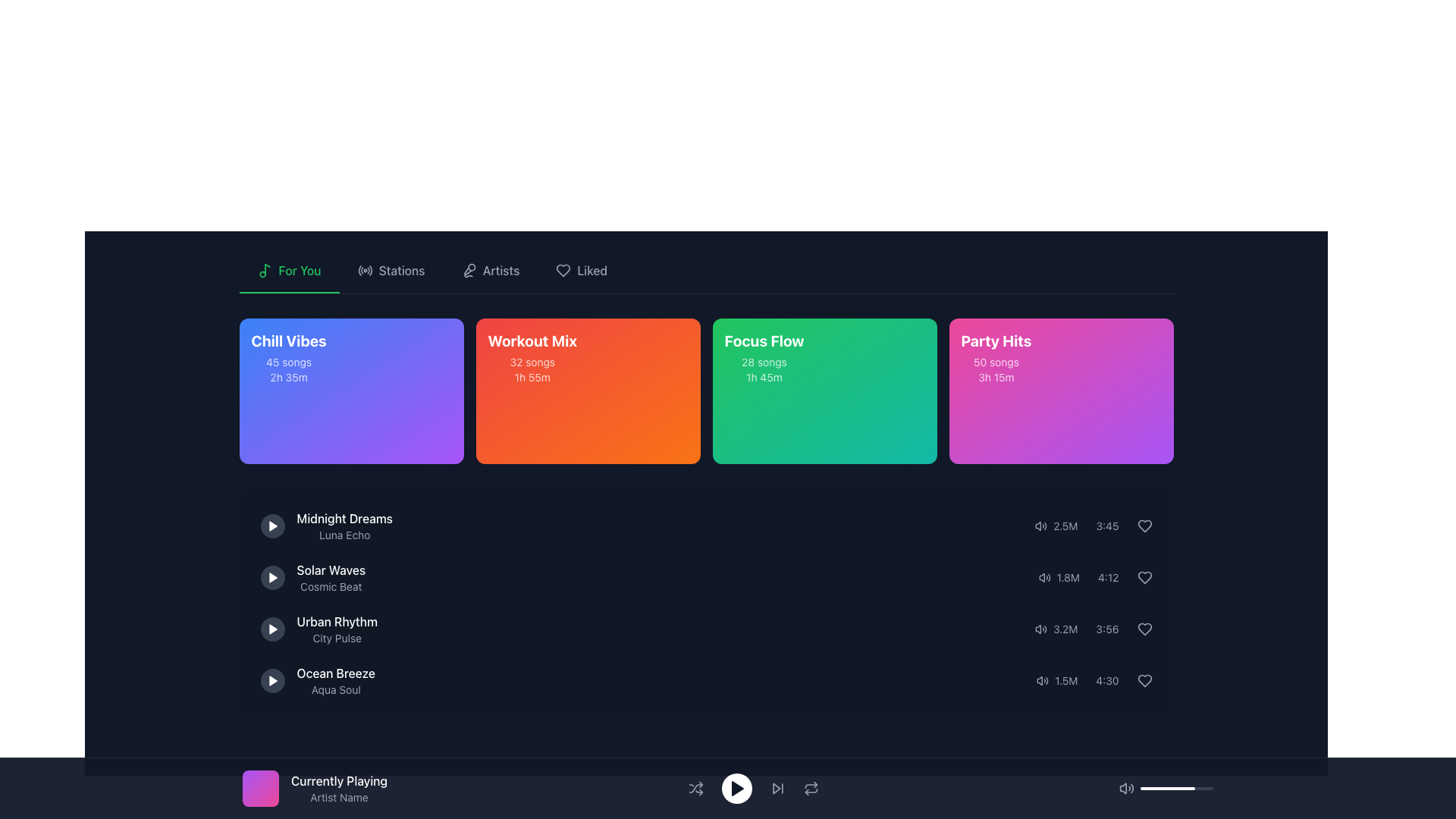  What do you see at coordinates (581, 271) in the screenshot?
I see `the 'Liked' button, which features a heart icon and light gray text, located on the top navigation bar as the fourth item in the sequence` at bounding box center [581, 271].